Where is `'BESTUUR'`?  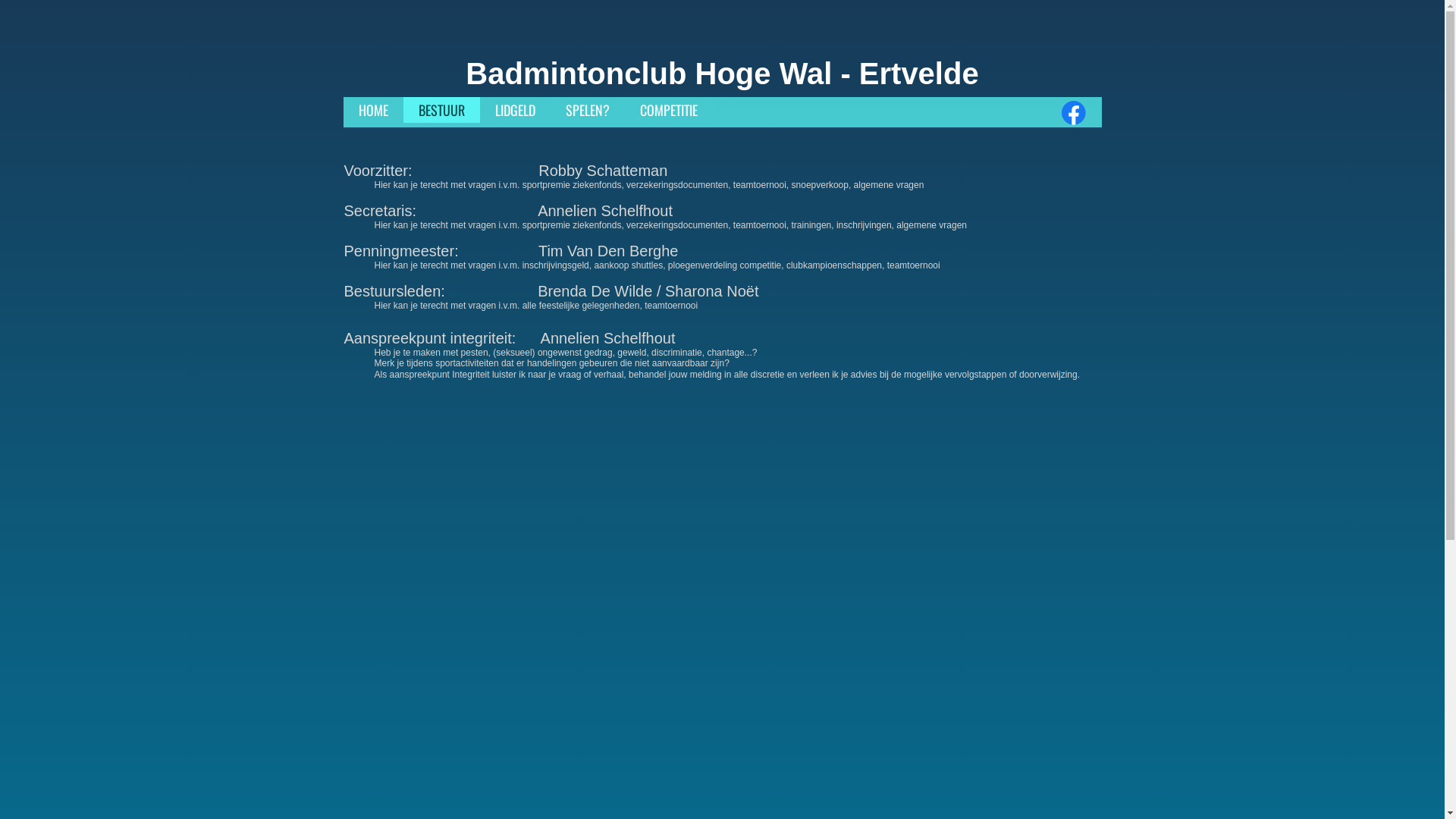
'BESTUUR' is located at coordinates (441, 109).